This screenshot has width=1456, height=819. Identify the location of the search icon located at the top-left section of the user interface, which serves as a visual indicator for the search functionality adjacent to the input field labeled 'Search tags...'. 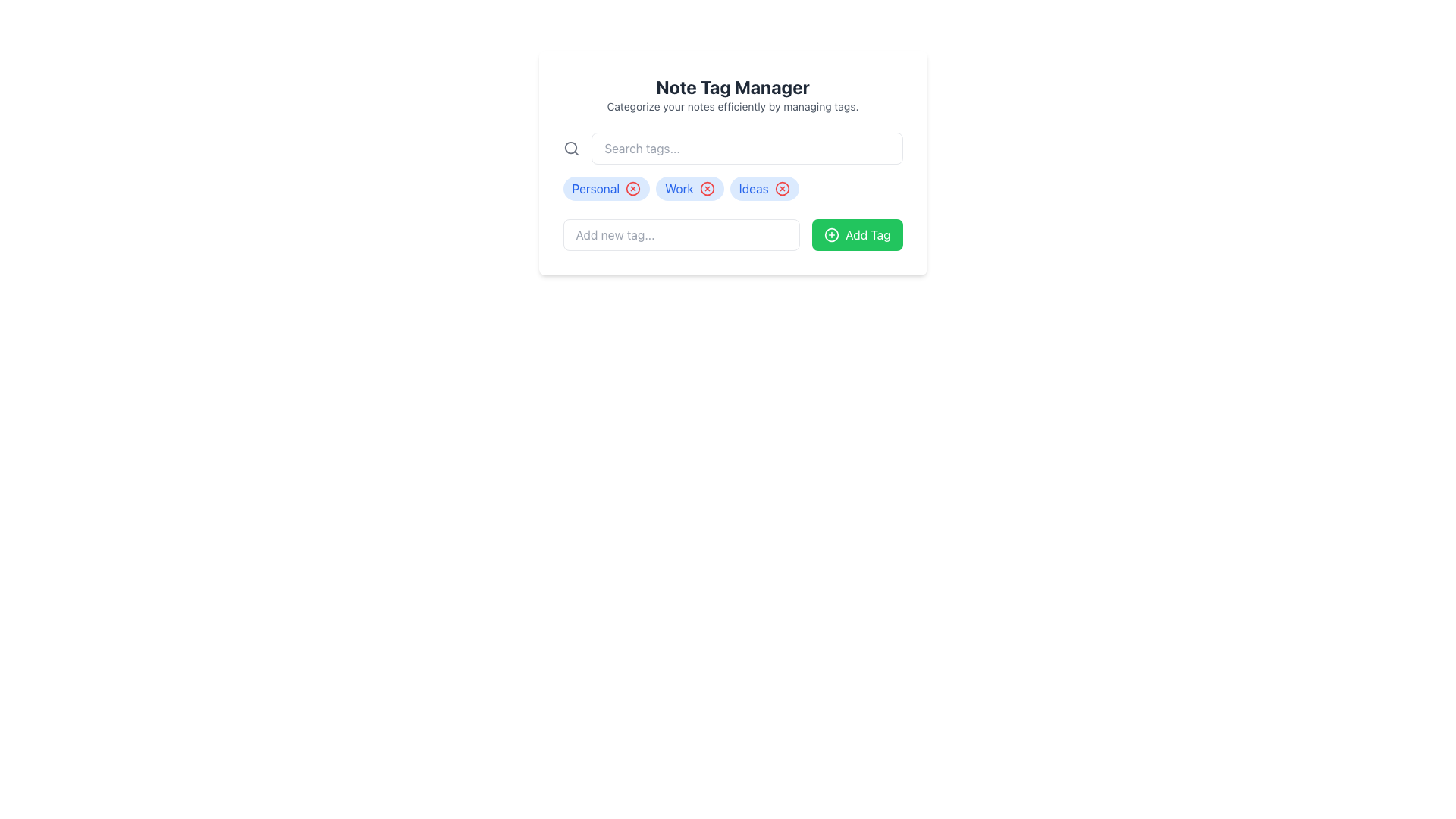
(570, 149).